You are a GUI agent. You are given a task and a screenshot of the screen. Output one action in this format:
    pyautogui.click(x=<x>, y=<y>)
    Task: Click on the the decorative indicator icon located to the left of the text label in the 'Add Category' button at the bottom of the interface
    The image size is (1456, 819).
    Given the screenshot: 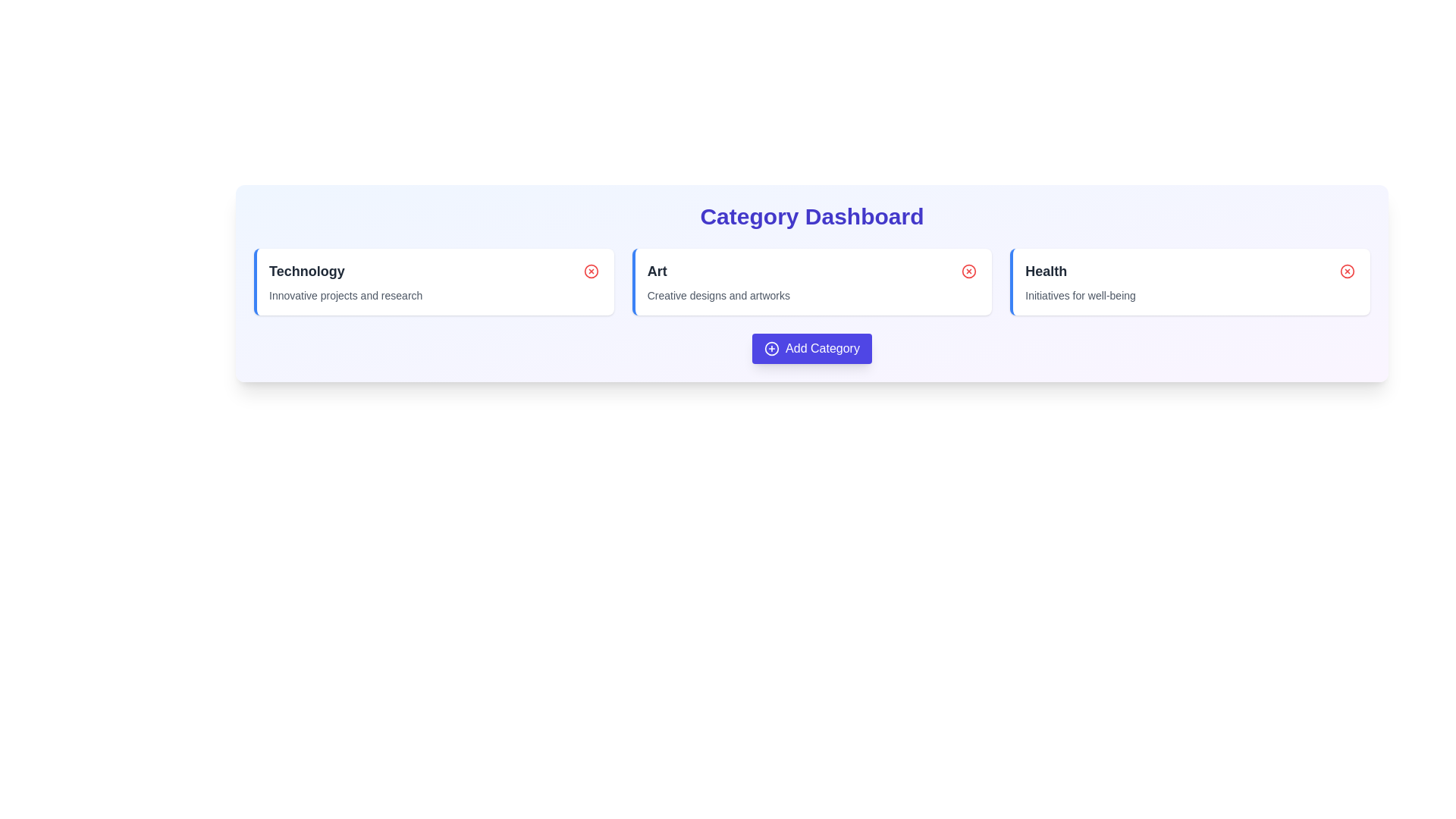 What is the action you would take?
    pyautogui.click(x=771, y=348)
    